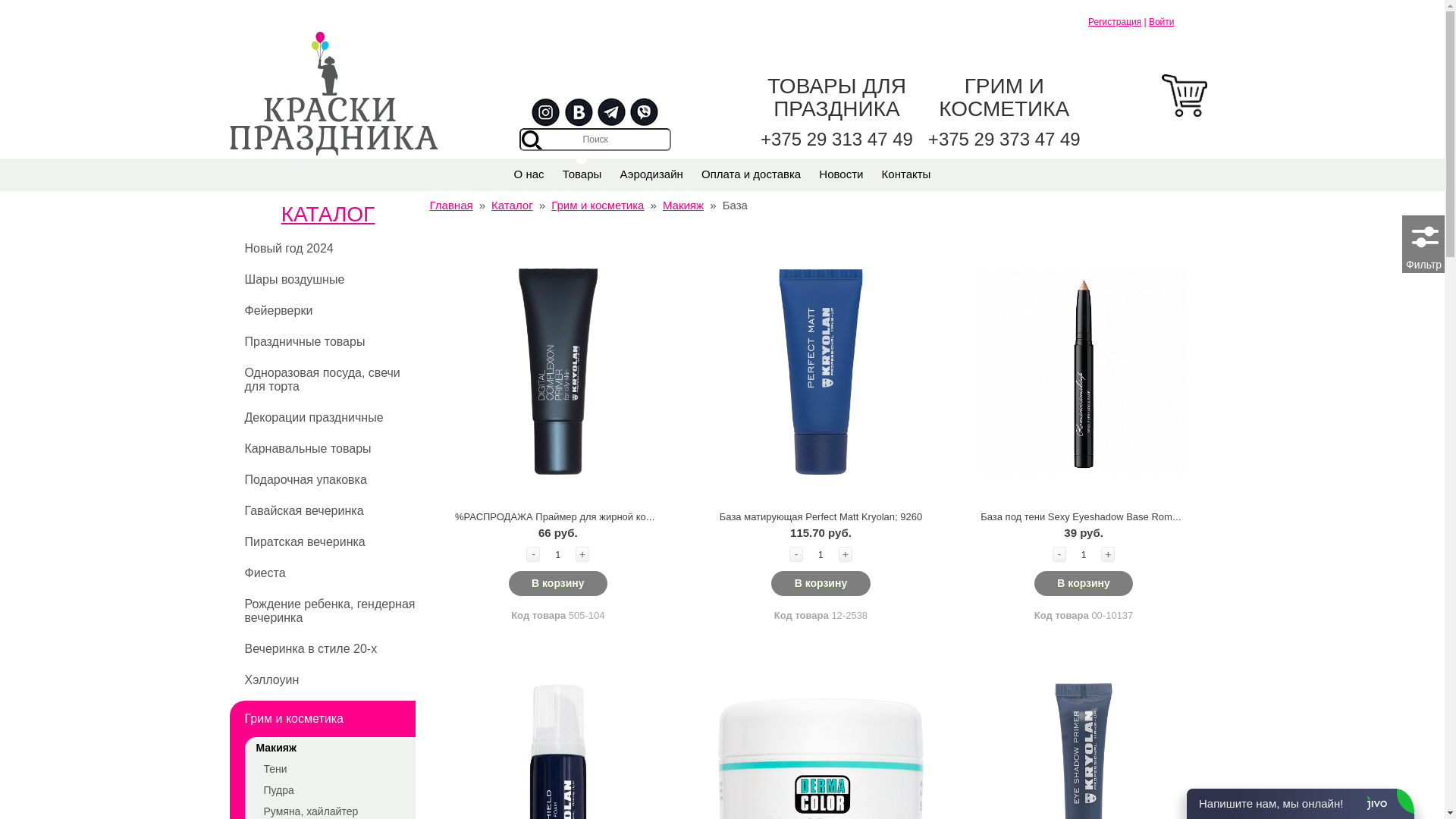 This screenshot has height=819, width=1456. Describe the element at coordinates (1058, 554) in the screenshot. I see `'-'` at that location.